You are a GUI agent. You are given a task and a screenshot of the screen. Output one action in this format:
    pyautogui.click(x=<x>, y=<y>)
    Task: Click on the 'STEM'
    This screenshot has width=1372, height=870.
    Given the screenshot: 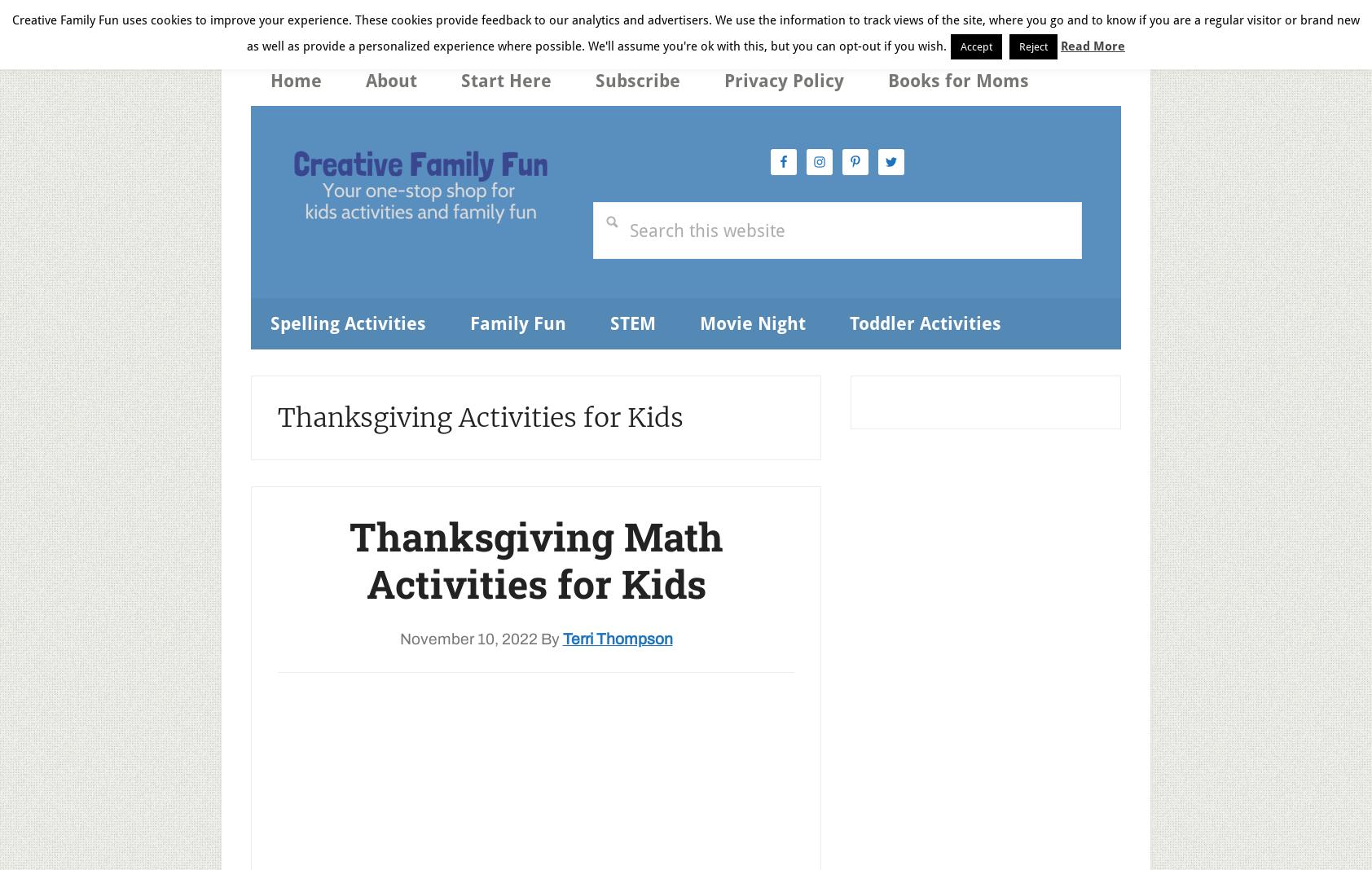 What is the action you would take?
    pyautogui.click(x=610, y=322)
    